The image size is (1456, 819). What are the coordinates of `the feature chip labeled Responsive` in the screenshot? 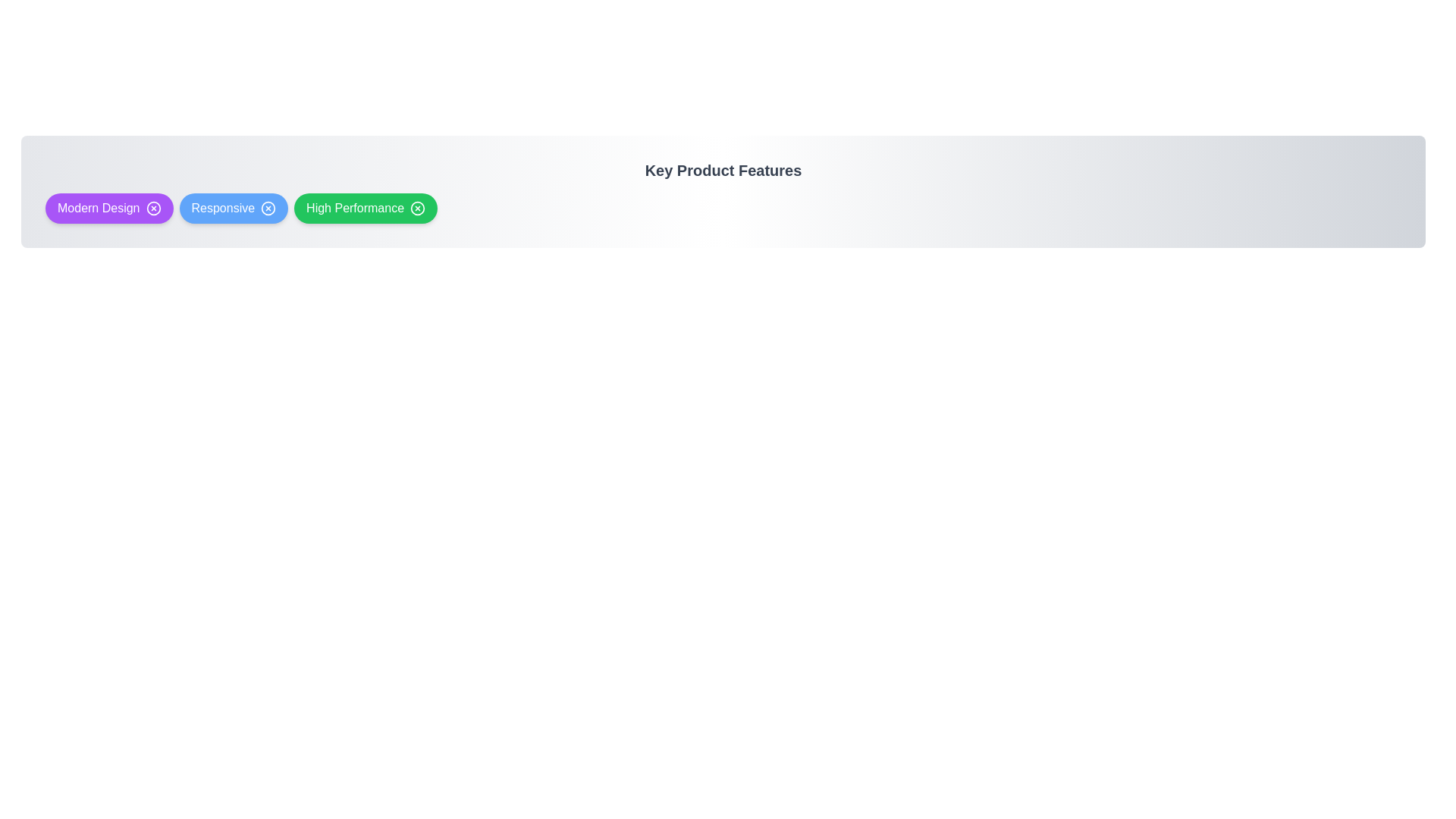 It's located at (232, 208).